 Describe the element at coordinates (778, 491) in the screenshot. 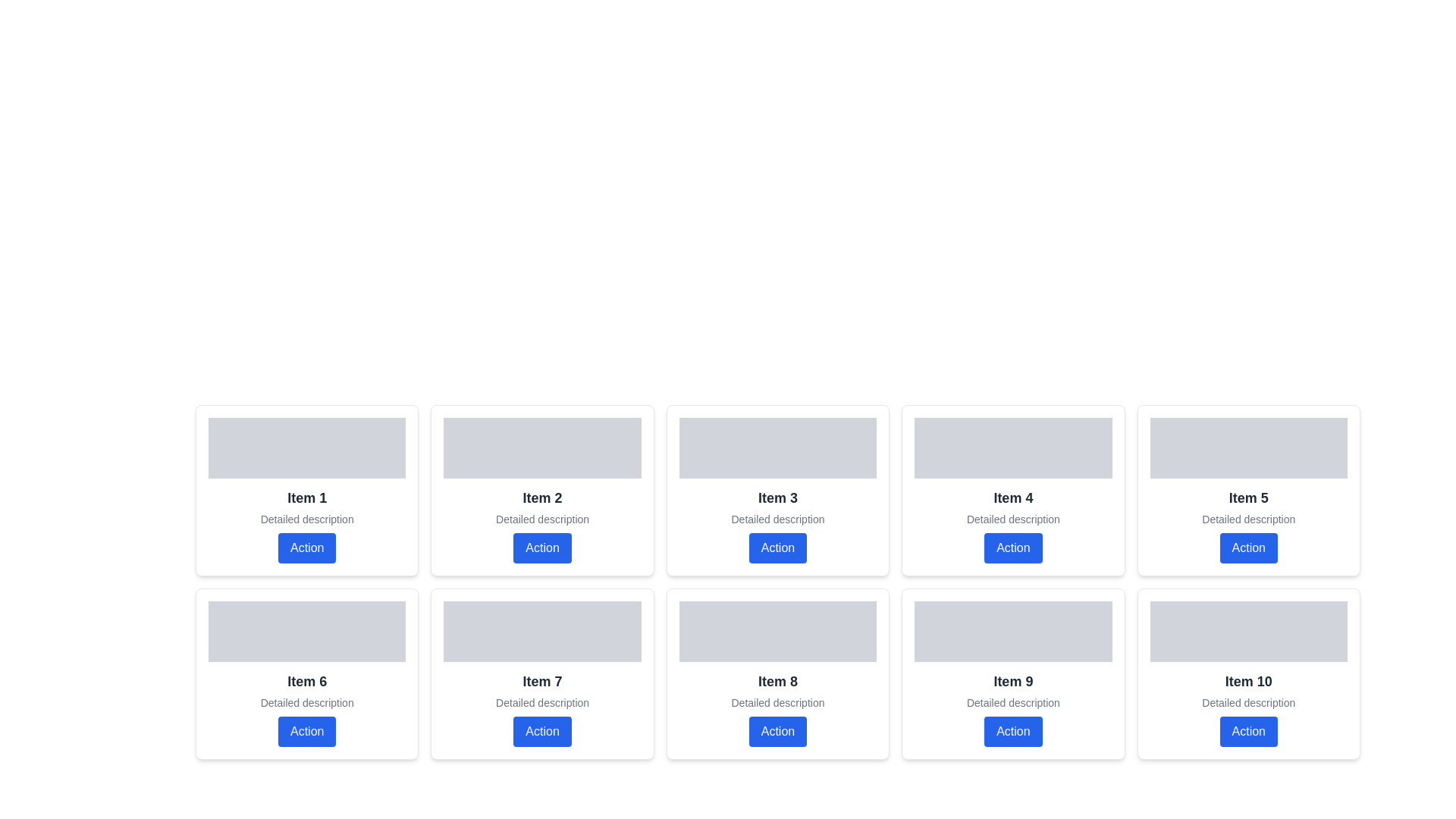

I see `the third card in the top row of the grid layout, which is used for displaying summarized information` at that location.